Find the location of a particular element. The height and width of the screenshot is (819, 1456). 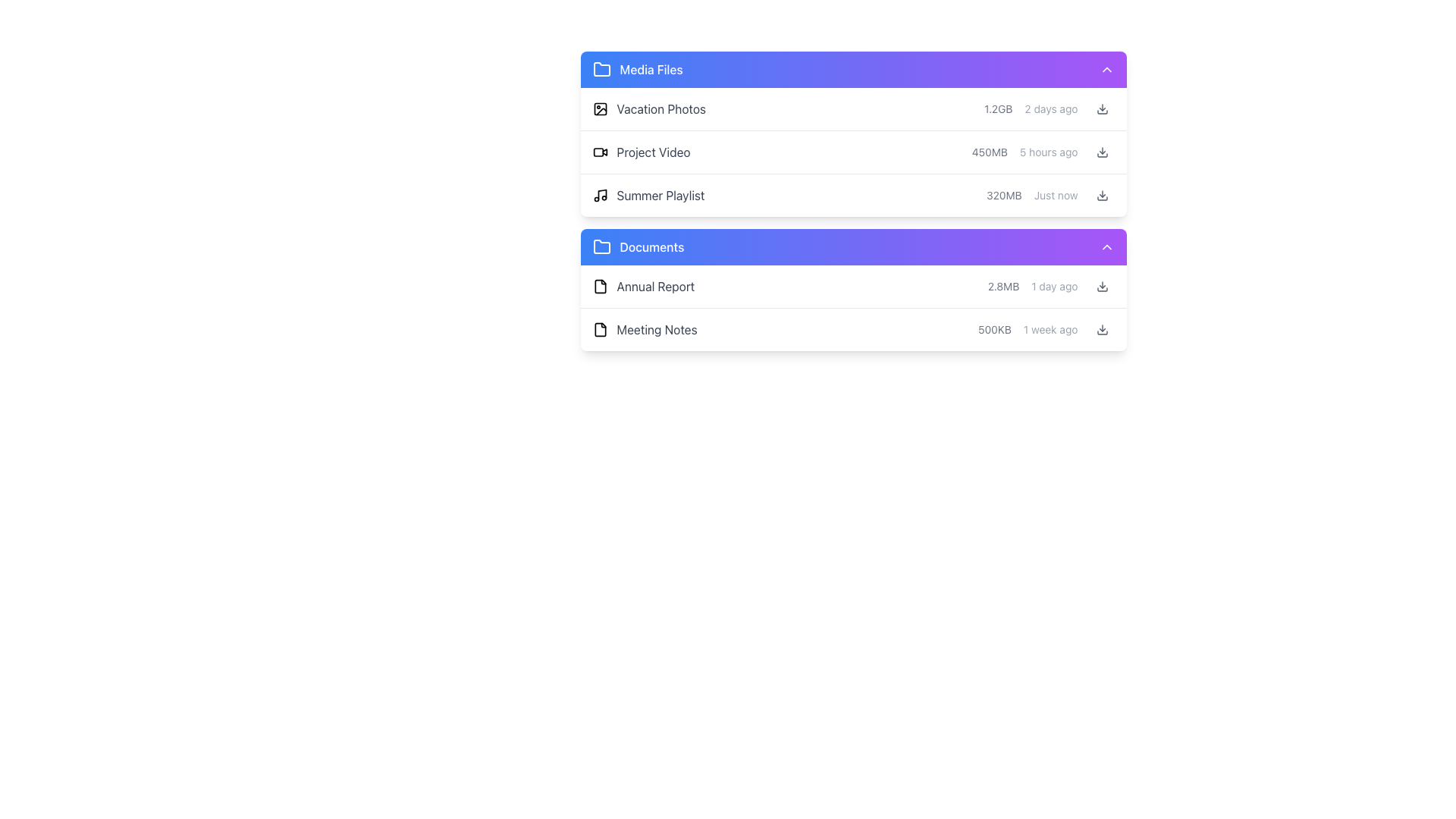

the download SVG icon located on the right side of the 'Annual Report' row in the 'Documents' section to initiate the download is located at coordinates (1102, 287).